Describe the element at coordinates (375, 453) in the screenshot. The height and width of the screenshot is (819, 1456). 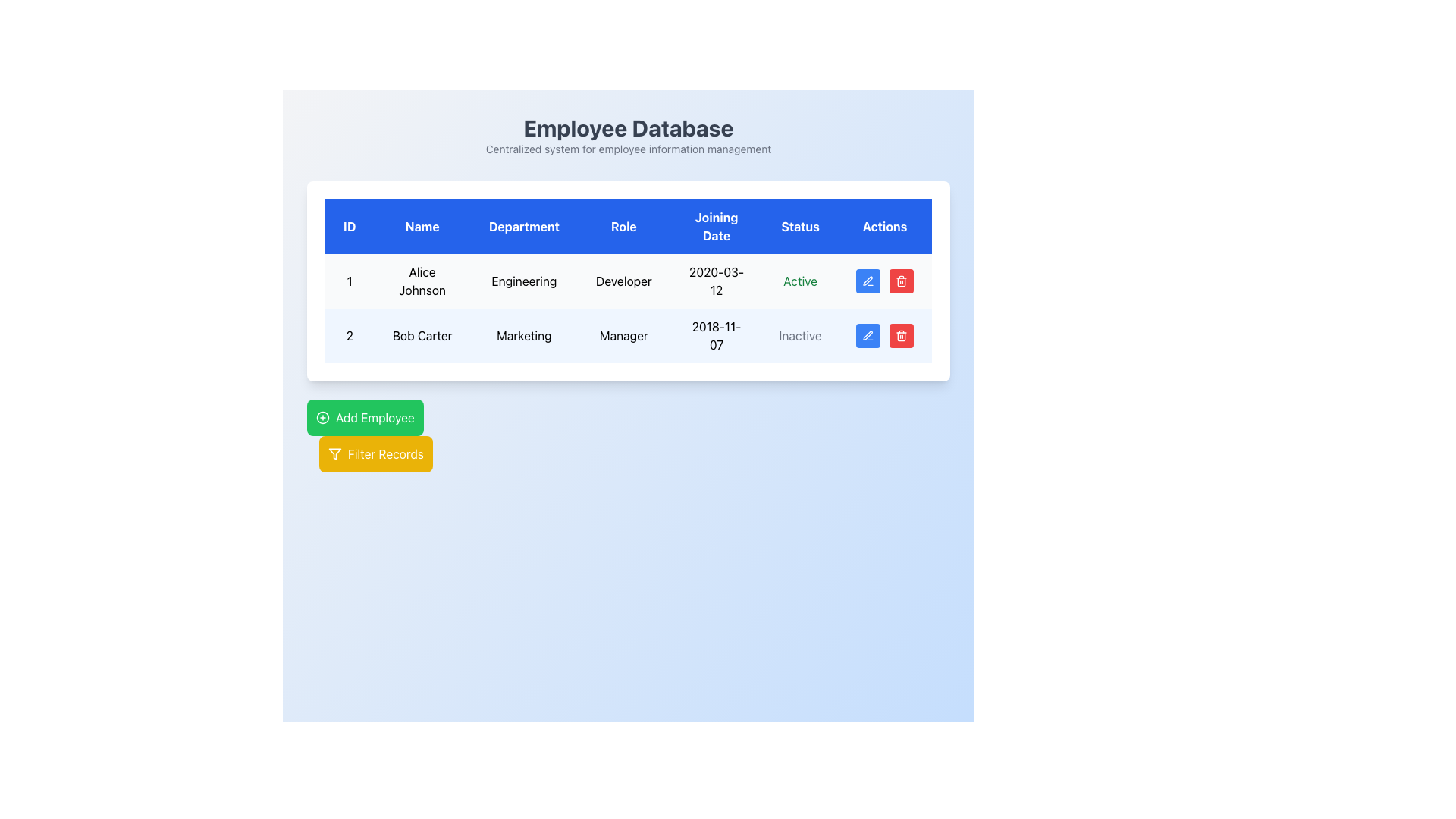
I see `the 'Filter Records' button, which is a rectangular button with rounded corners, yellow background, white text, and a filter icon, located below the employee table` at that location.